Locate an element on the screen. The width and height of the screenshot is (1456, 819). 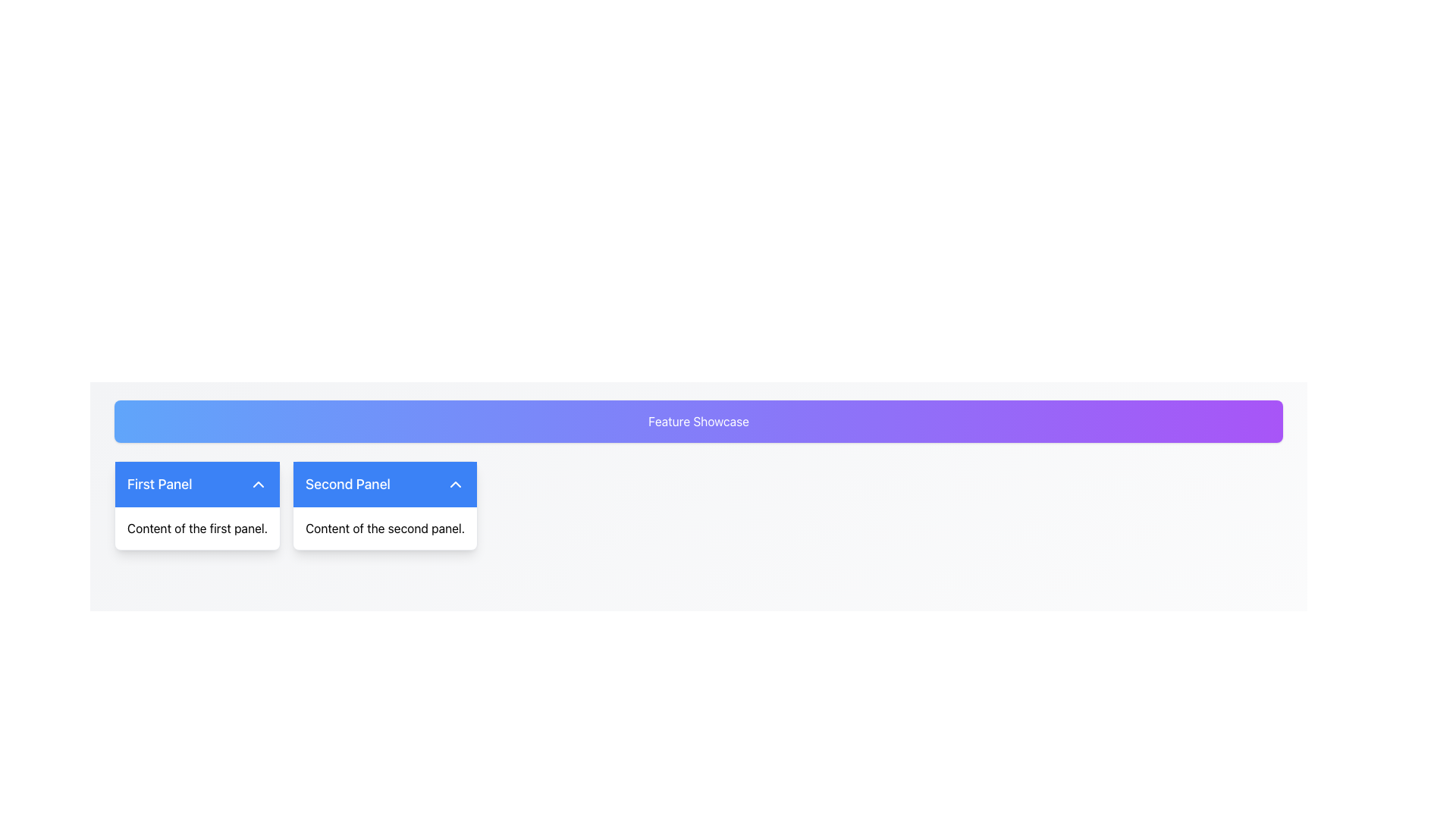
the 'First Panel' text label which is displayed in white on a blue background, located on the left-side panel is located at coordinates (159, 485).